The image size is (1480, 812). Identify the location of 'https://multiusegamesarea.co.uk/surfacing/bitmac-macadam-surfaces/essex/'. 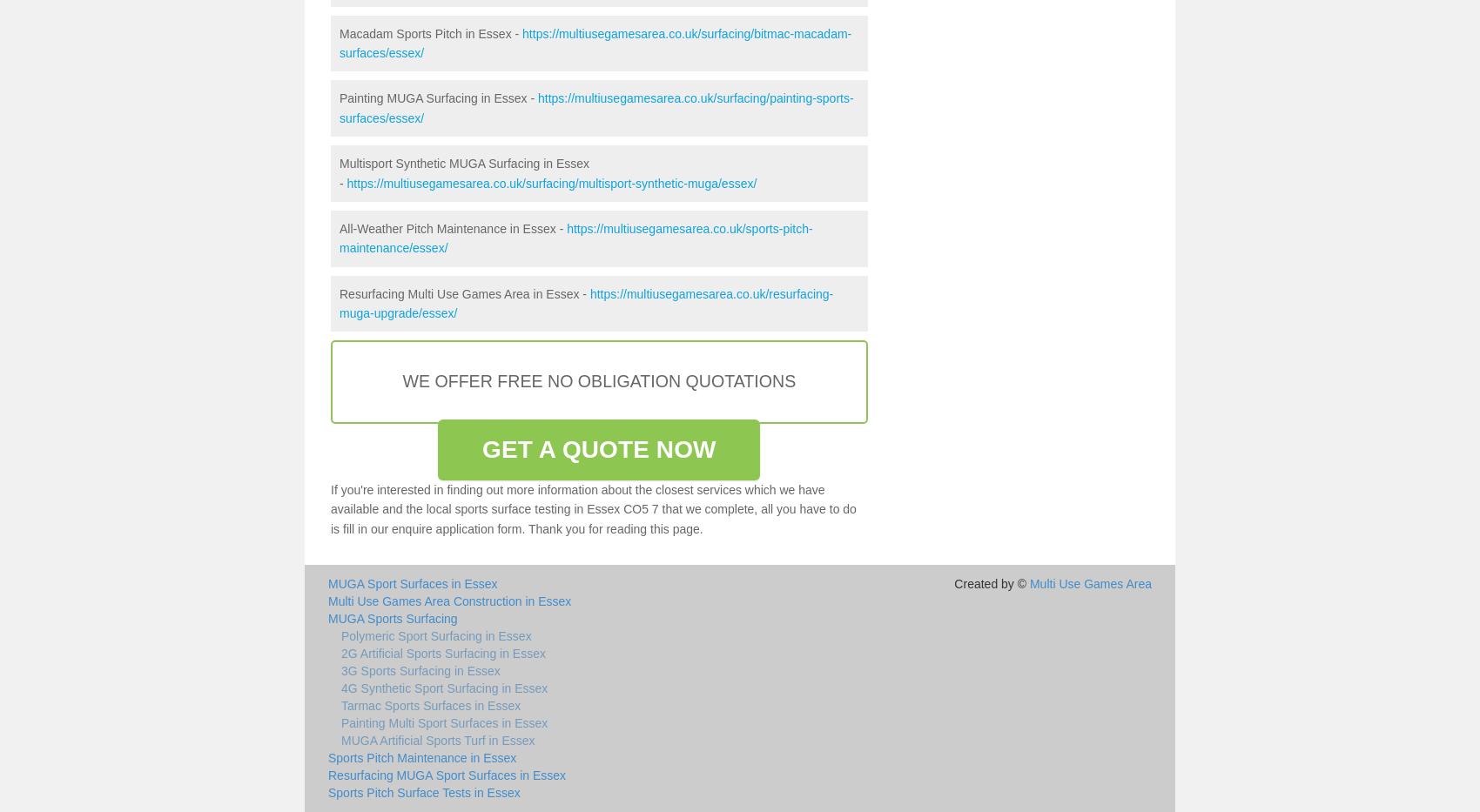
(338, 41).